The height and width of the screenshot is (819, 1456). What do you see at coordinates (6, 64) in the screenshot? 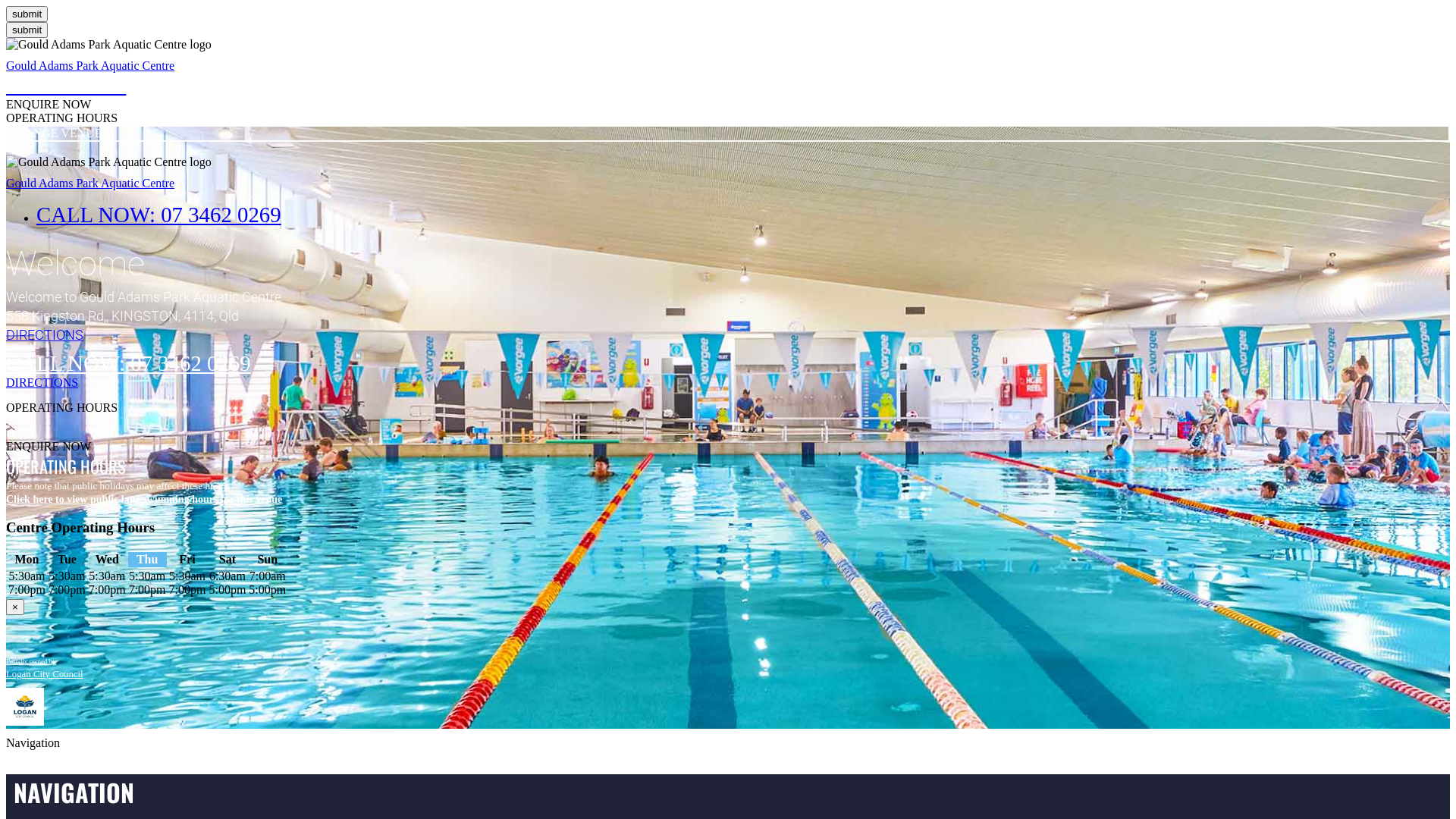
I see `'Gould Adams Park Aquatic Centre'` at bounding box center [6, 64].